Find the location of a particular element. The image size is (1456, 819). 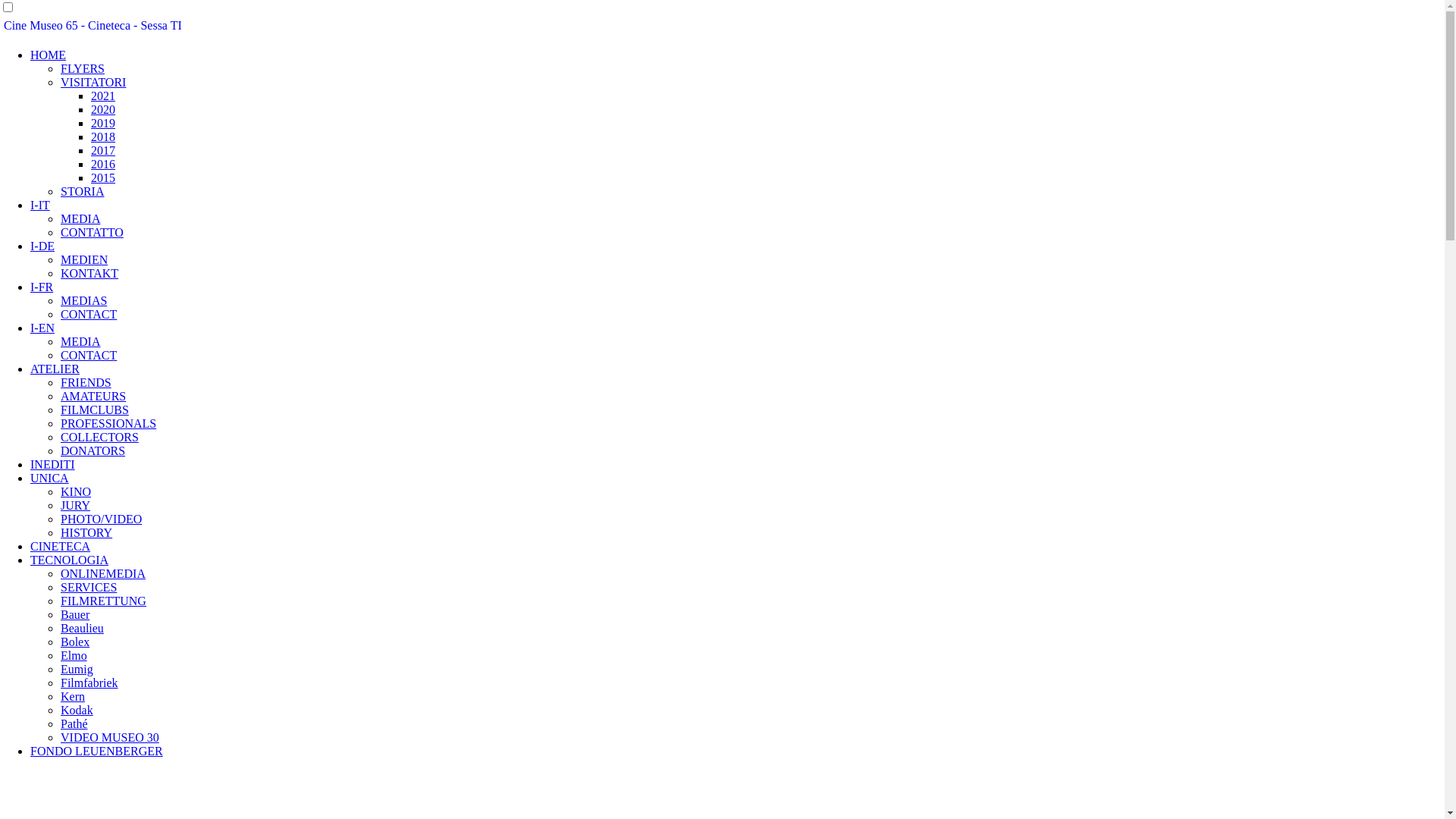

'2015' is located at coordinates (102, 177).